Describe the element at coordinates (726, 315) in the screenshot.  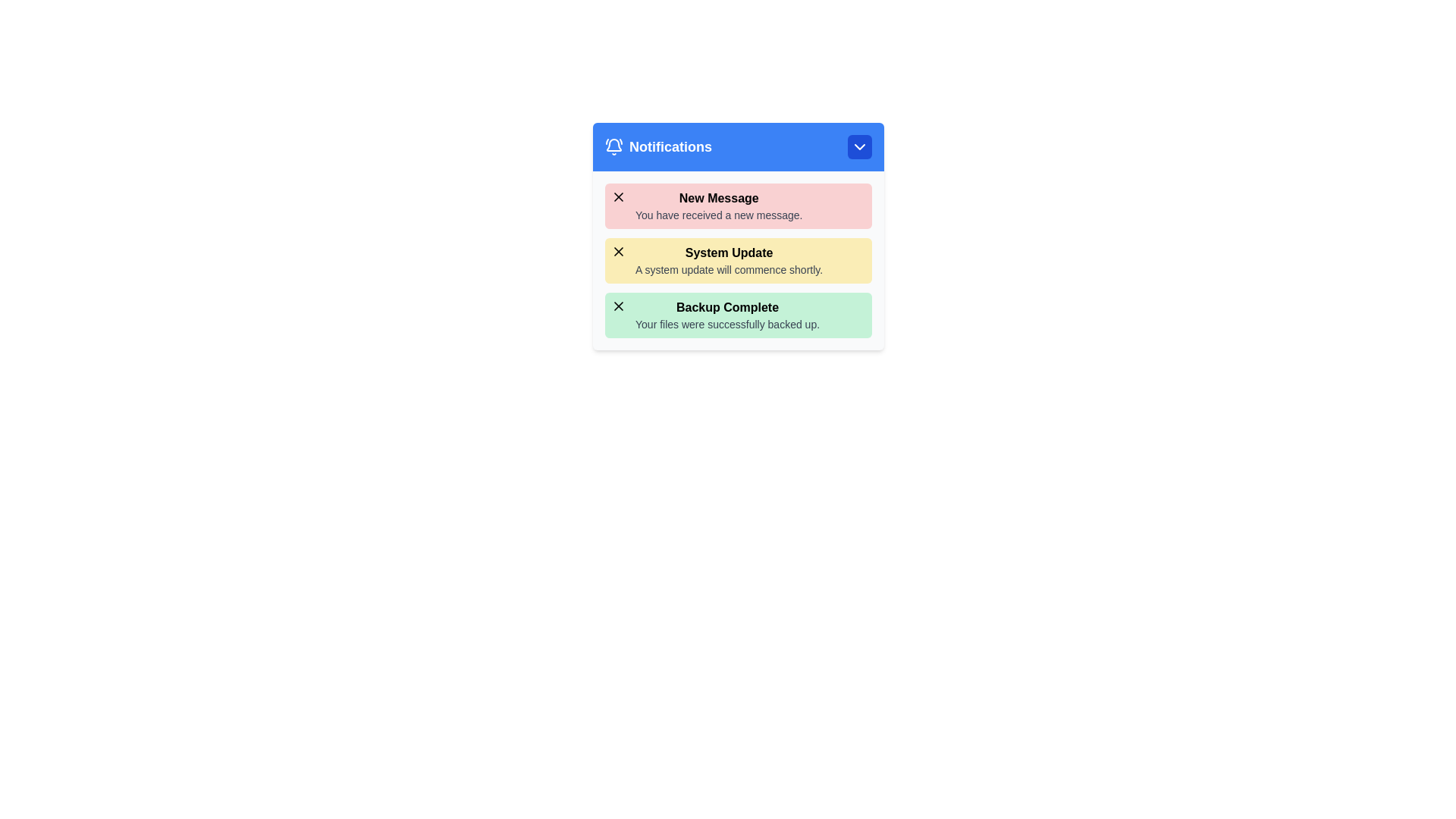
I see `the informational text block that displays 'Backup Complete' and 'Your files were successfully backed up' within the third notification card in the notifications list` at that location.